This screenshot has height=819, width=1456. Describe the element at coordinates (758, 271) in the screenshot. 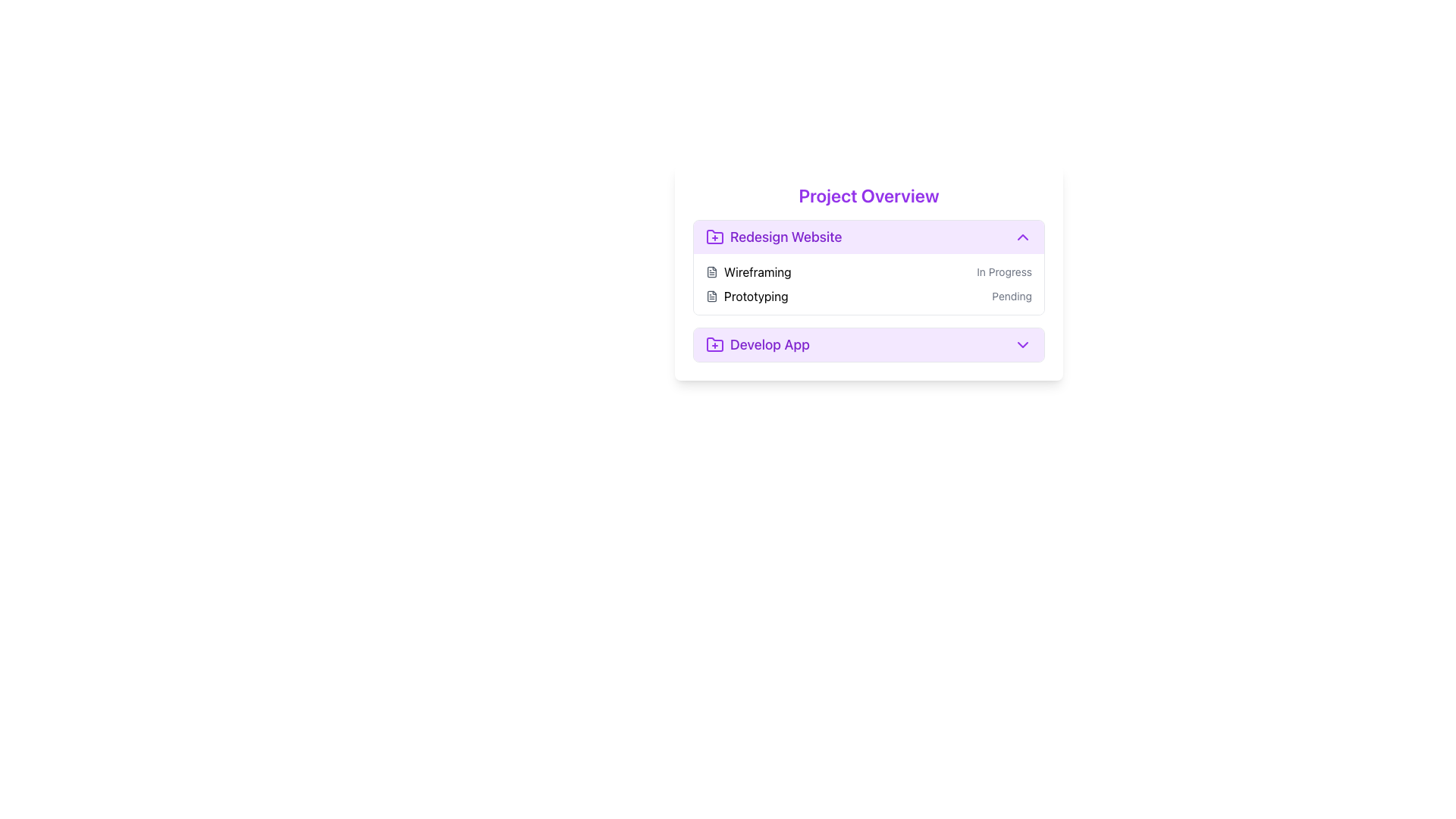

I see `the text label that reads 'Wireframing', which is centrally located in the 'Redesign Website' section, positioned between a file icon and project status information` at that location.